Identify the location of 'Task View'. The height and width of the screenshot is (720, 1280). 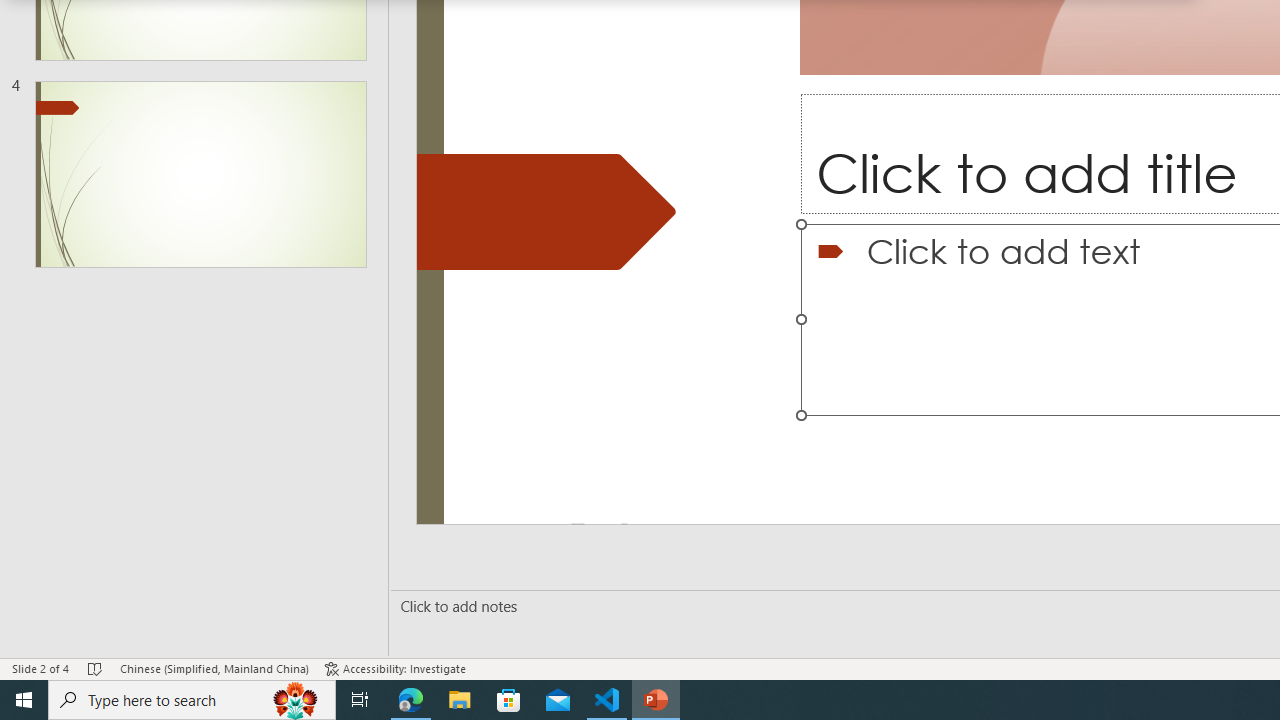
(359, 698).